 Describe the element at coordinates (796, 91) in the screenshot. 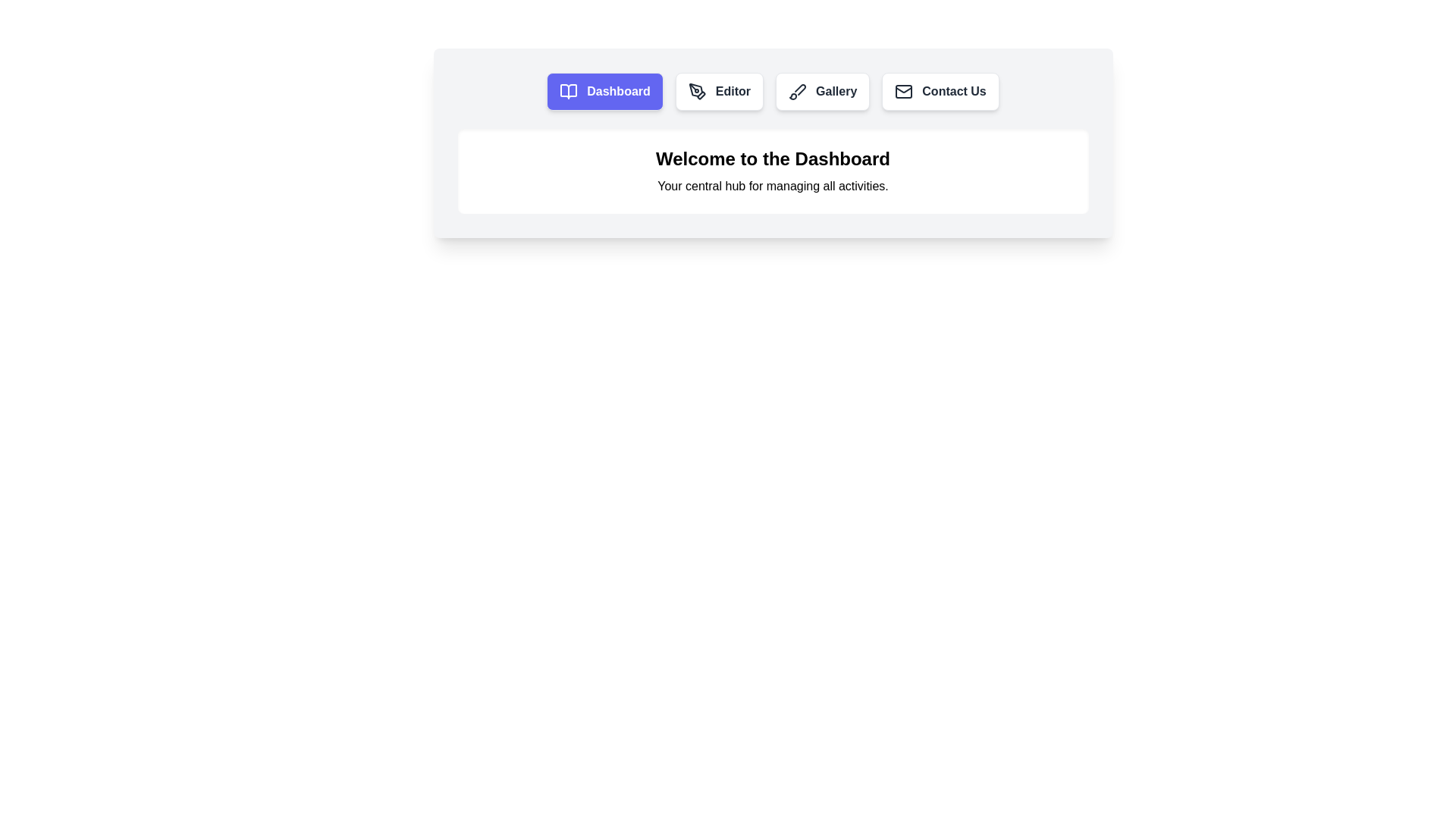

I see `the 'Gallery' button, which is the third button from the left in the menu bar` at that location.